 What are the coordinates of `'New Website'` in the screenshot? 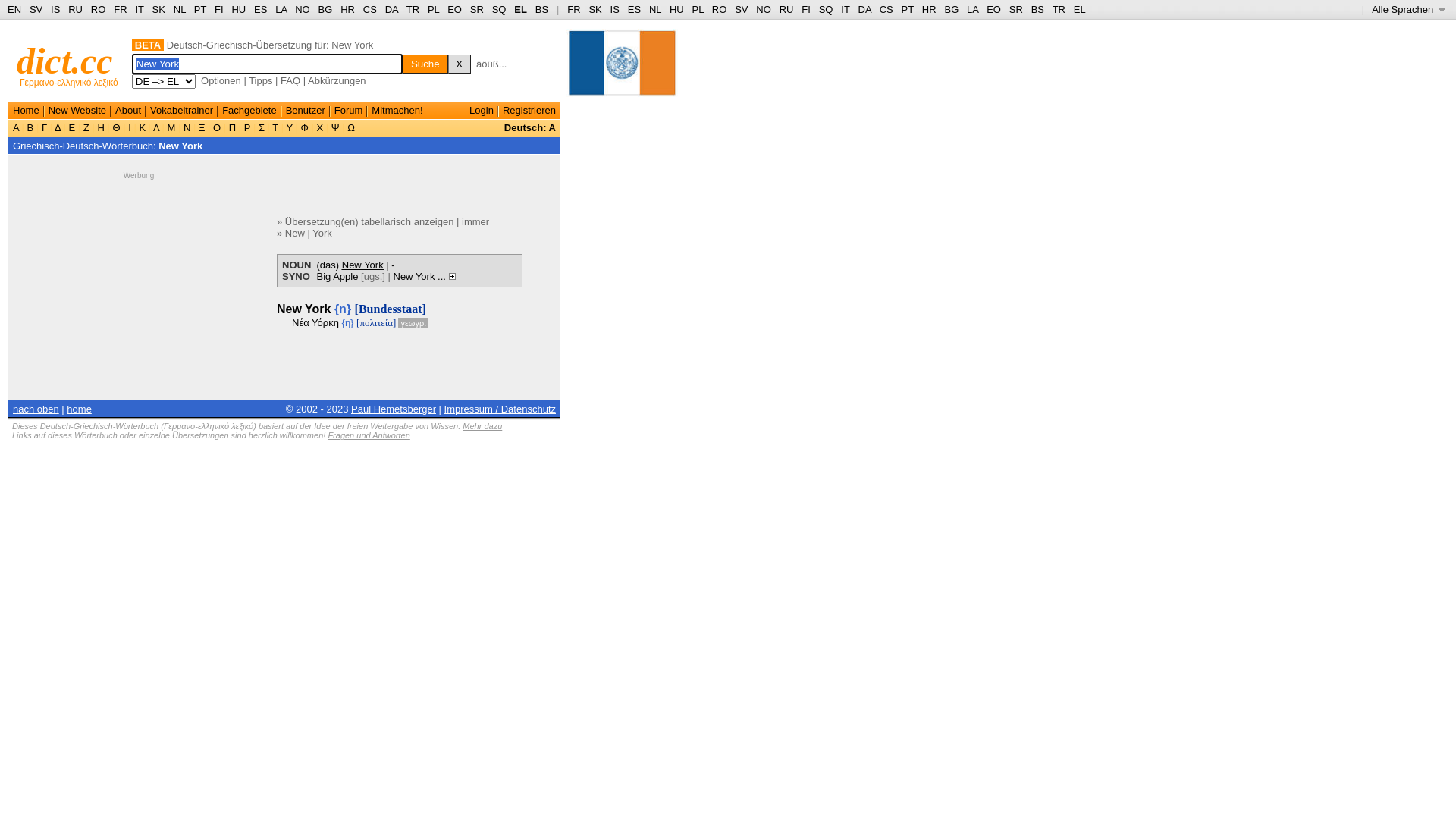 It's located at (76, 109).